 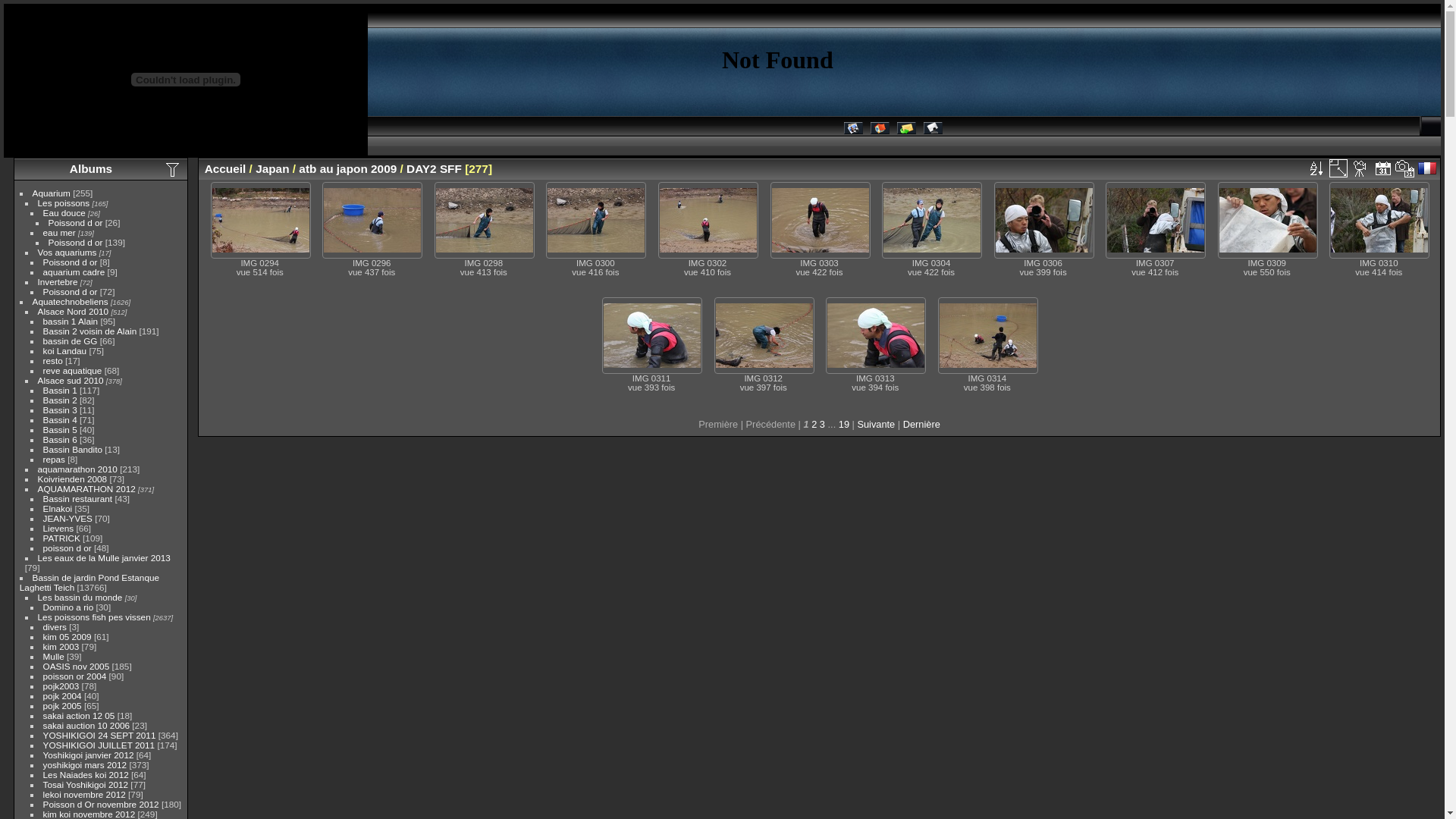 I want to click on 'Accueil', so click(x=224, y=168).